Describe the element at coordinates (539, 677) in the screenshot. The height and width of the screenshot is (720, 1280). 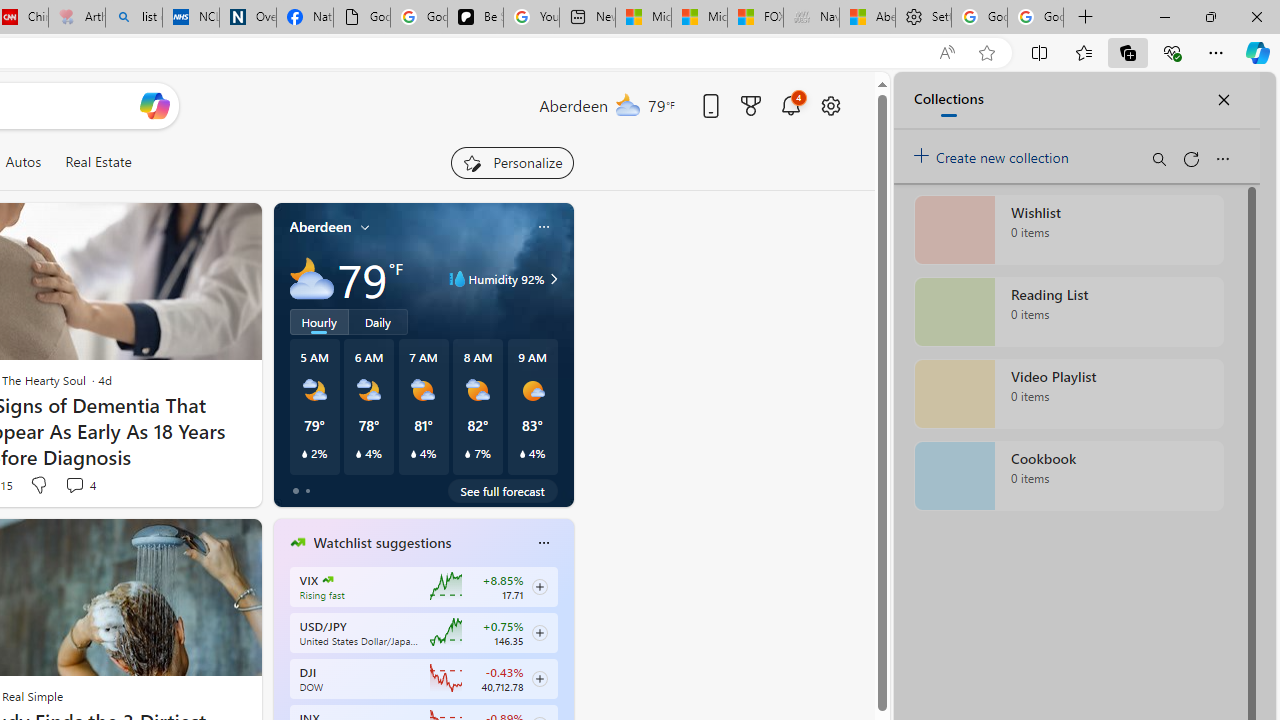
I see `'Class: follow-button  m'` at that location.